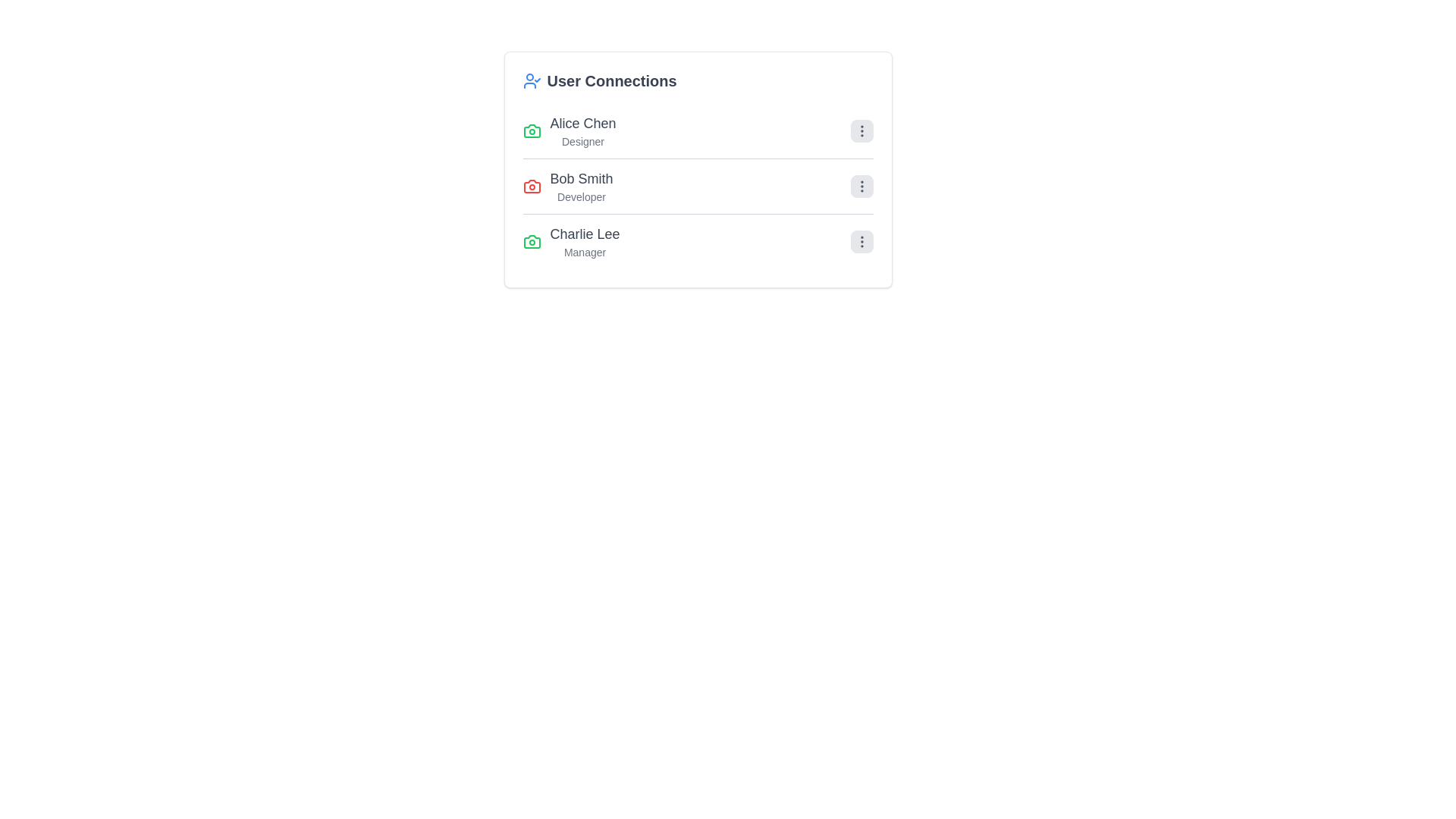 This screenshot has height=819, width=1456. I want to click on the text label displaying 'Bob Smith' which is the primary text in the 'User Connections' panel, positioned above the subtitle 'Developer', so click(581, 177).